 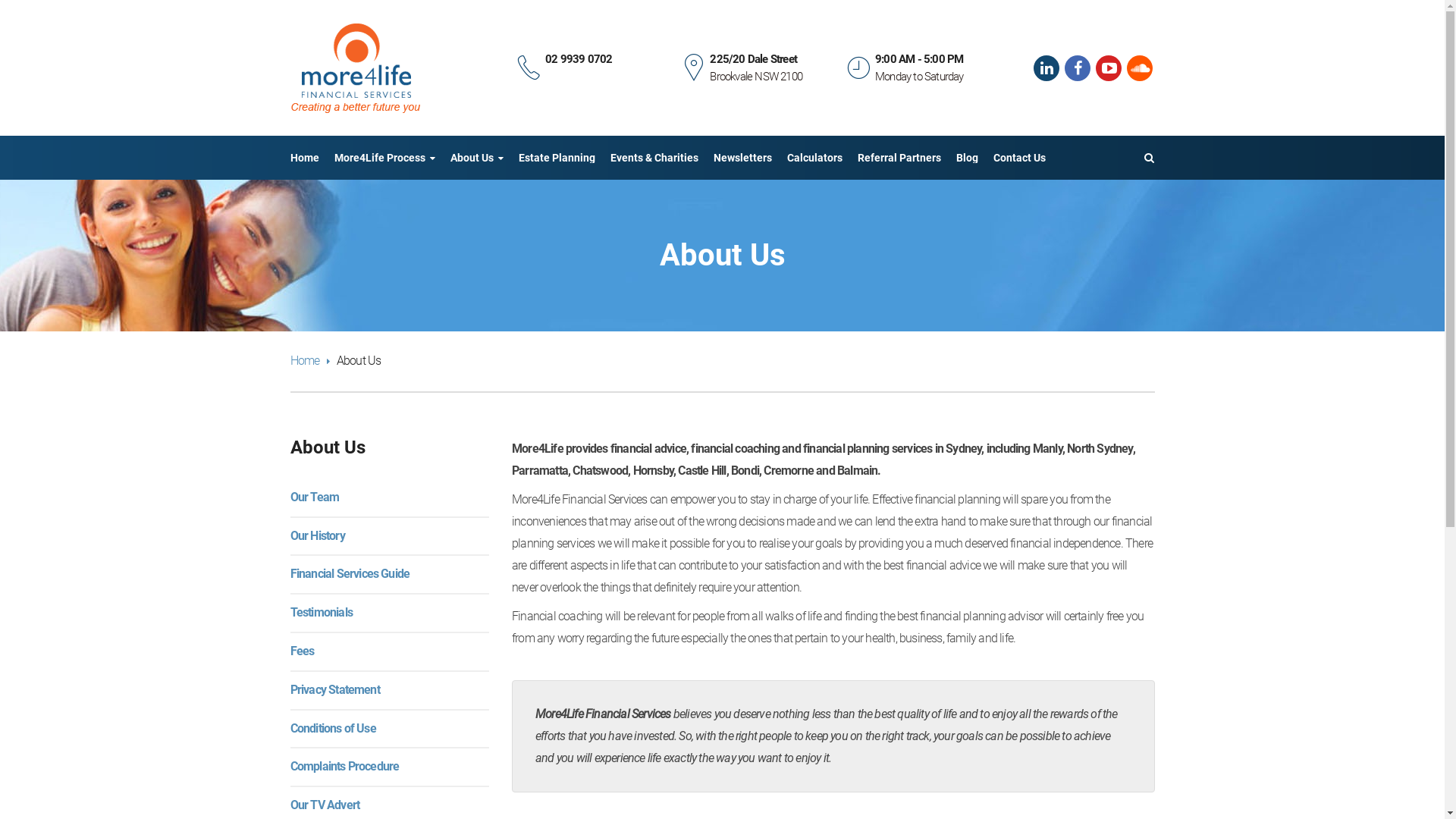 What do you see at coordinates (319, 611) in the screenshot?
I see `'Testimonials'` at bounding box center [319, 611].